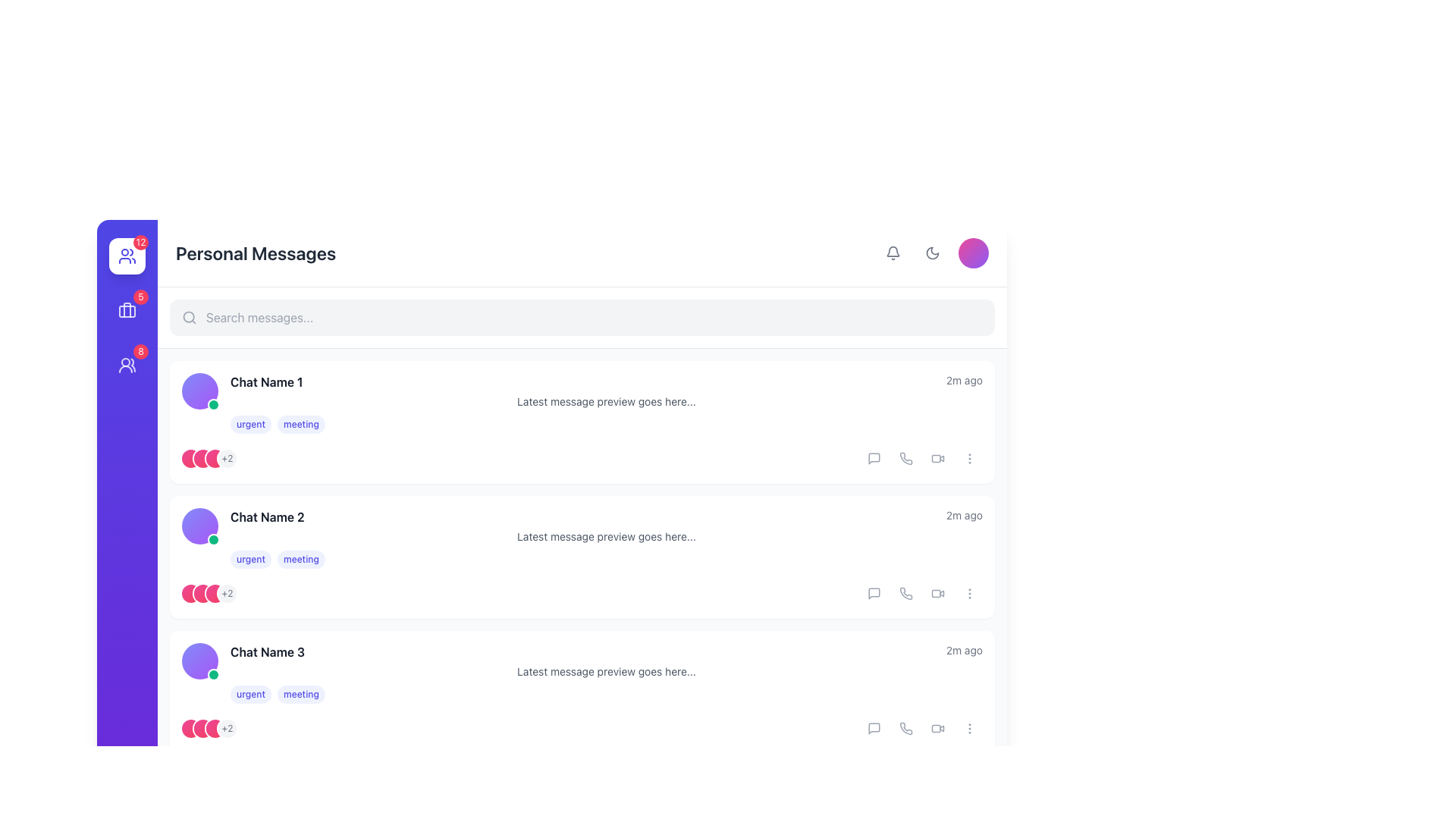 Image resolution: width=1456 pixels, height=819 pixels. Describe the element at coordinates (256, 253) in the screenshot. I see `the 'Personal Messages' text element, which is a centered text block styled in a large, bold font in dark gray color, located in the top-left section of the interface within the header bar` at that location.